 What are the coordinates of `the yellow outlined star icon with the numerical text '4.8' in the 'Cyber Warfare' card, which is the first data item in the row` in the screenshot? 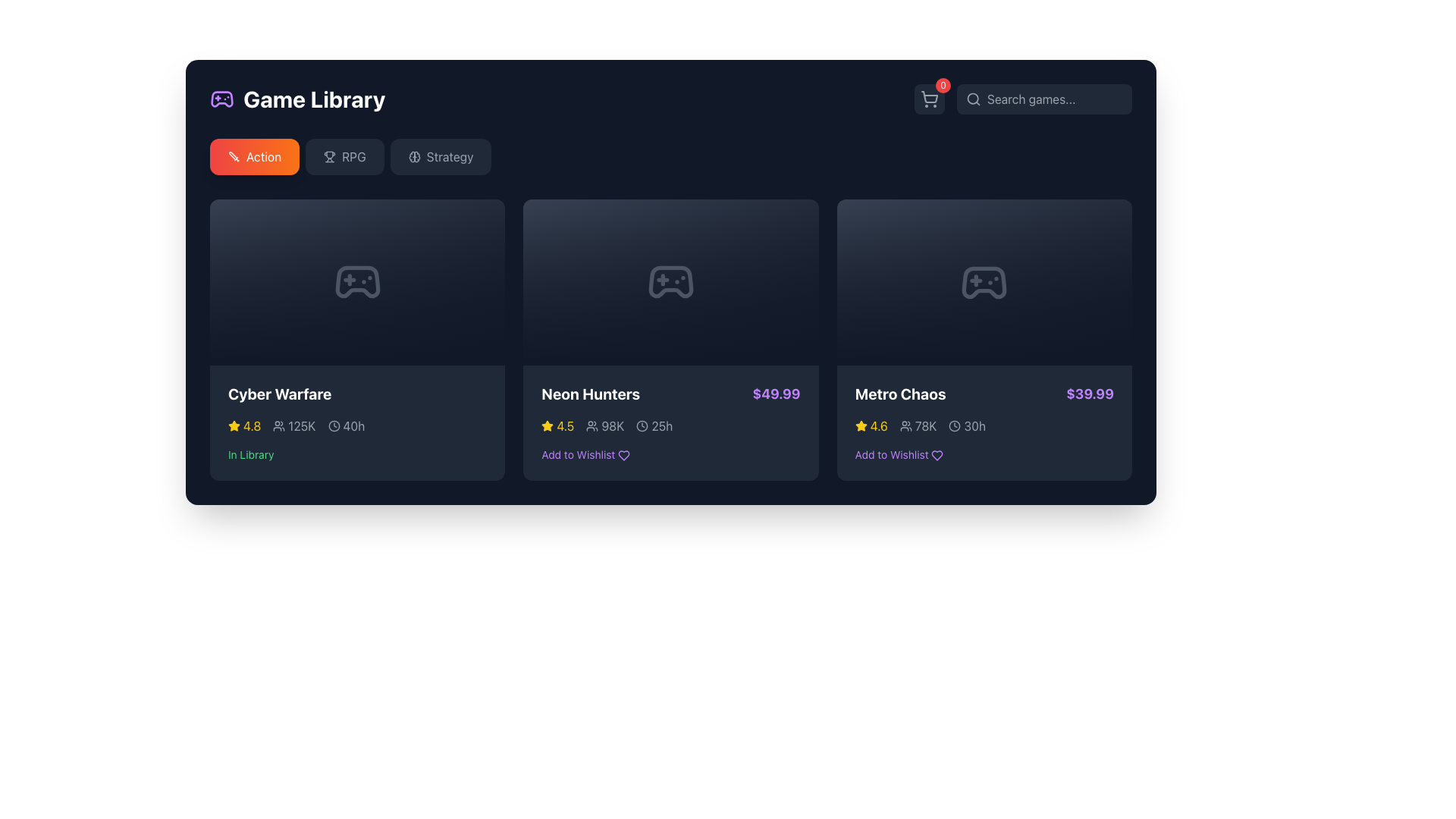 It's located at (244, 426).